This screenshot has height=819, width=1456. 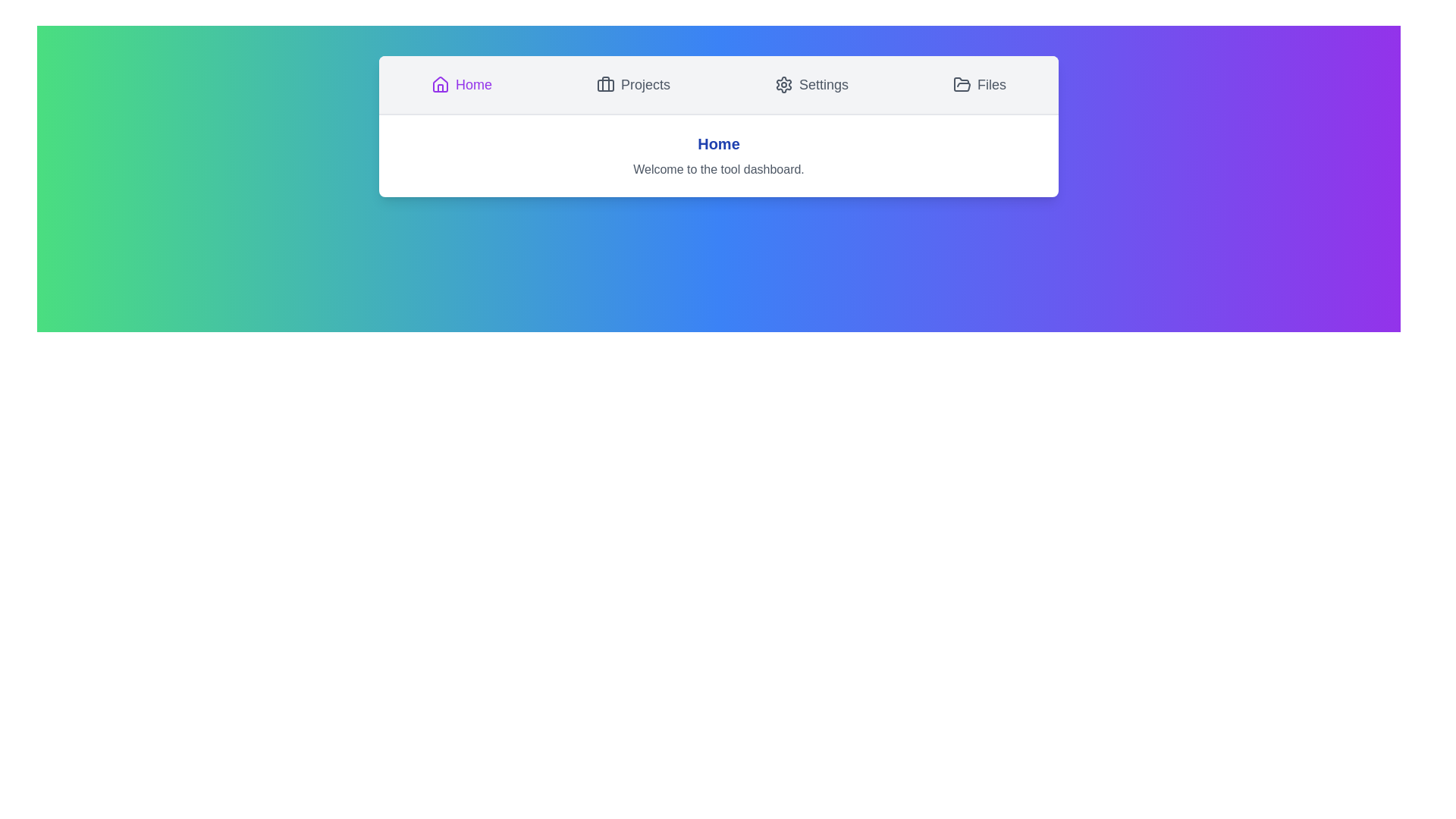 I want to click on the Files button to observe its hover effect, so click(x=979, y=84).